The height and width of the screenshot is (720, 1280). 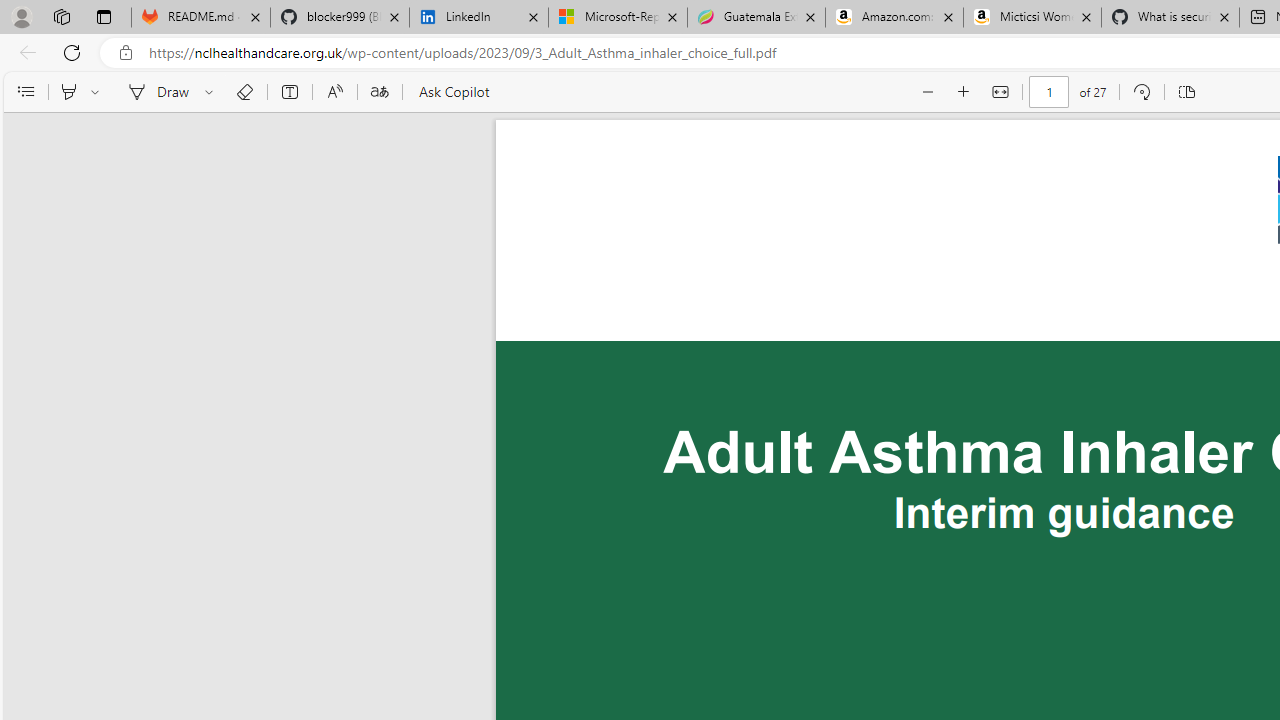 I want to click on 'Draw', so click(x=154, y=92).